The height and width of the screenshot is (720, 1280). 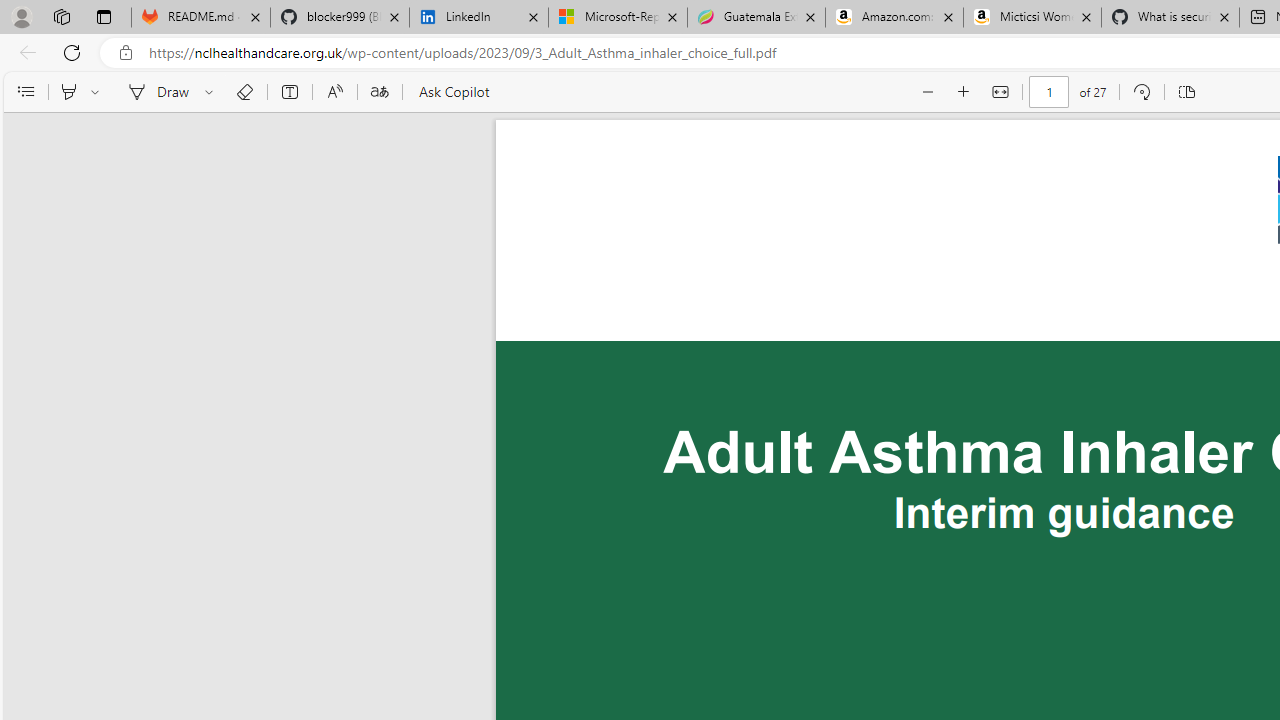 I want to click on 'Draw', so click(x=154, y=92).